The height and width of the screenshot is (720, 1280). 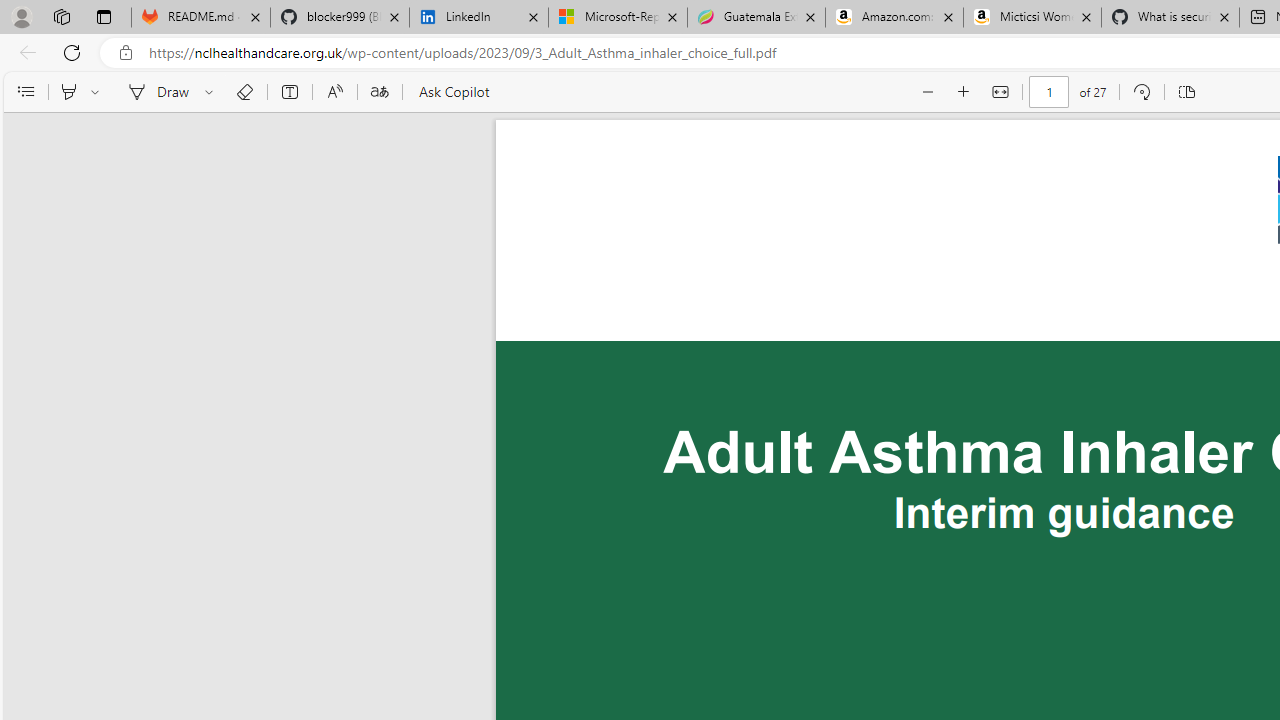 I want to click on 'Draw', so click(x=154, y=92).